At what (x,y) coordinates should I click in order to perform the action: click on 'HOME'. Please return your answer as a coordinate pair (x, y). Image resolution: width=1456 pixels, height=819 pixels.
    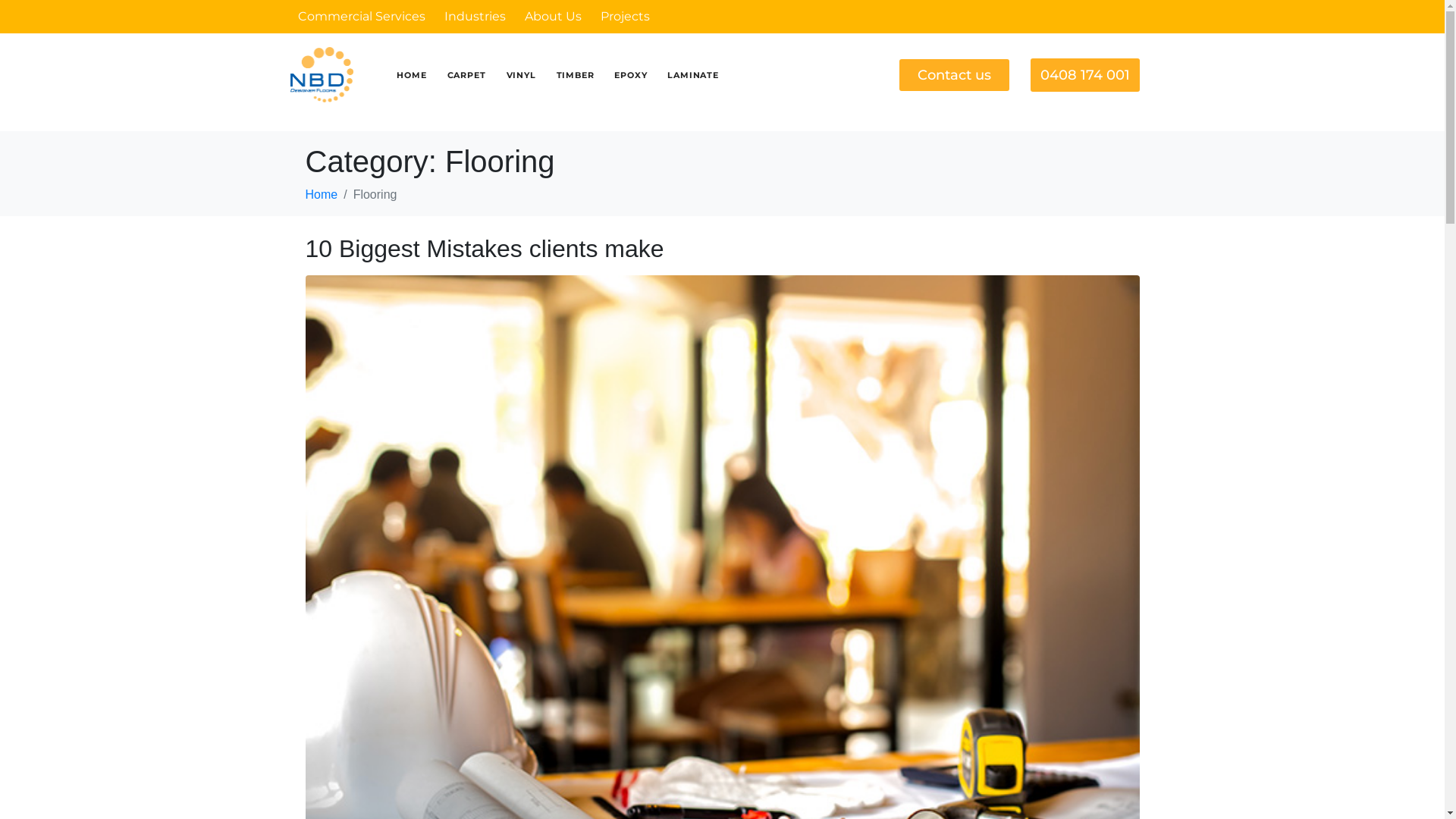
    Looking at the image, I should click on (411, 75).